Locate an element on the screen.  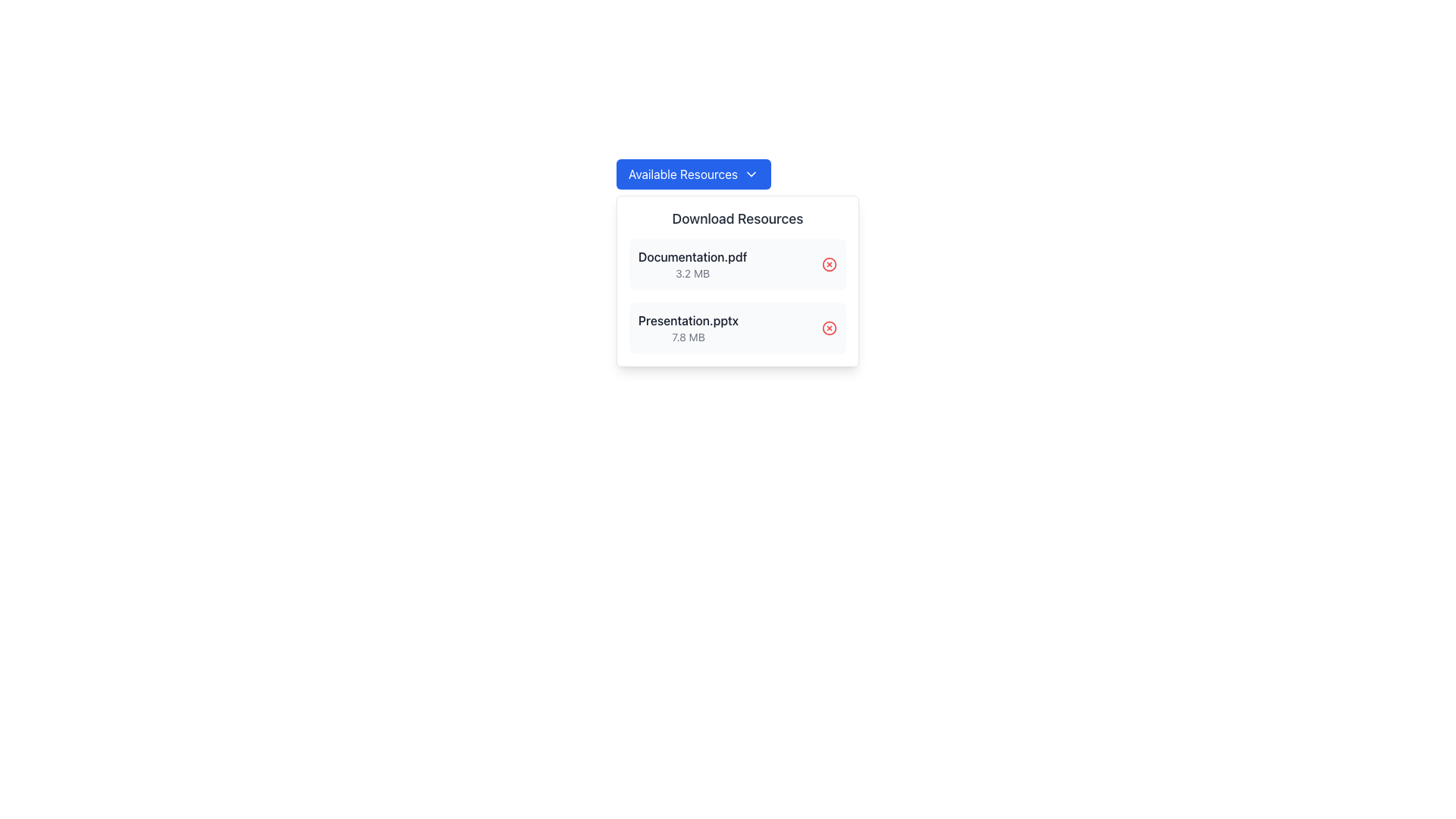
the file name is located at coordinates (737, 281).